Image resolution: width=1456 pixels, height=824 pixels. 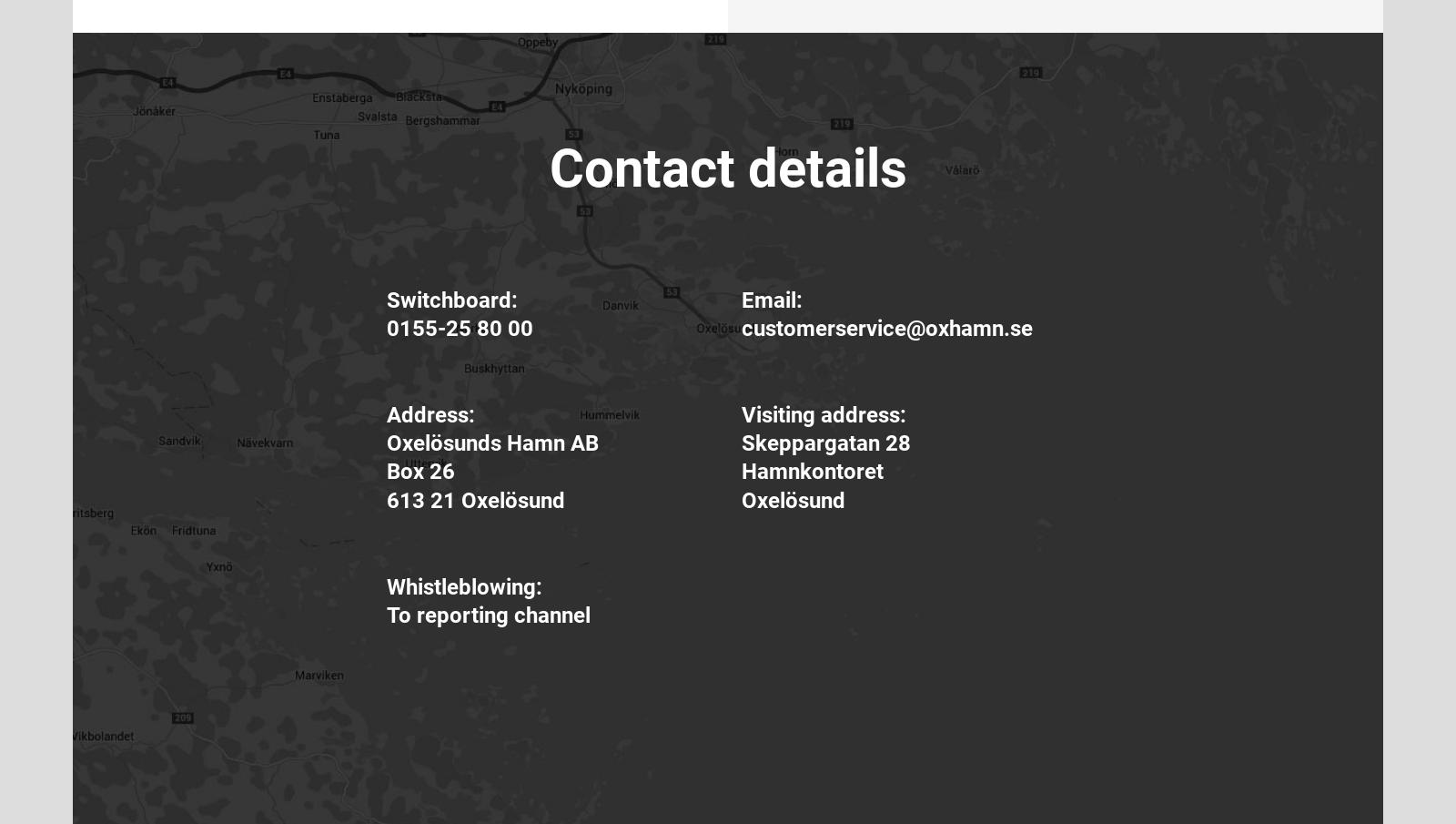 What do you see at coordinates (825, 443) in the screenshot?
I see `'Skeppargatan 28'` at bounding box center [825, 443].